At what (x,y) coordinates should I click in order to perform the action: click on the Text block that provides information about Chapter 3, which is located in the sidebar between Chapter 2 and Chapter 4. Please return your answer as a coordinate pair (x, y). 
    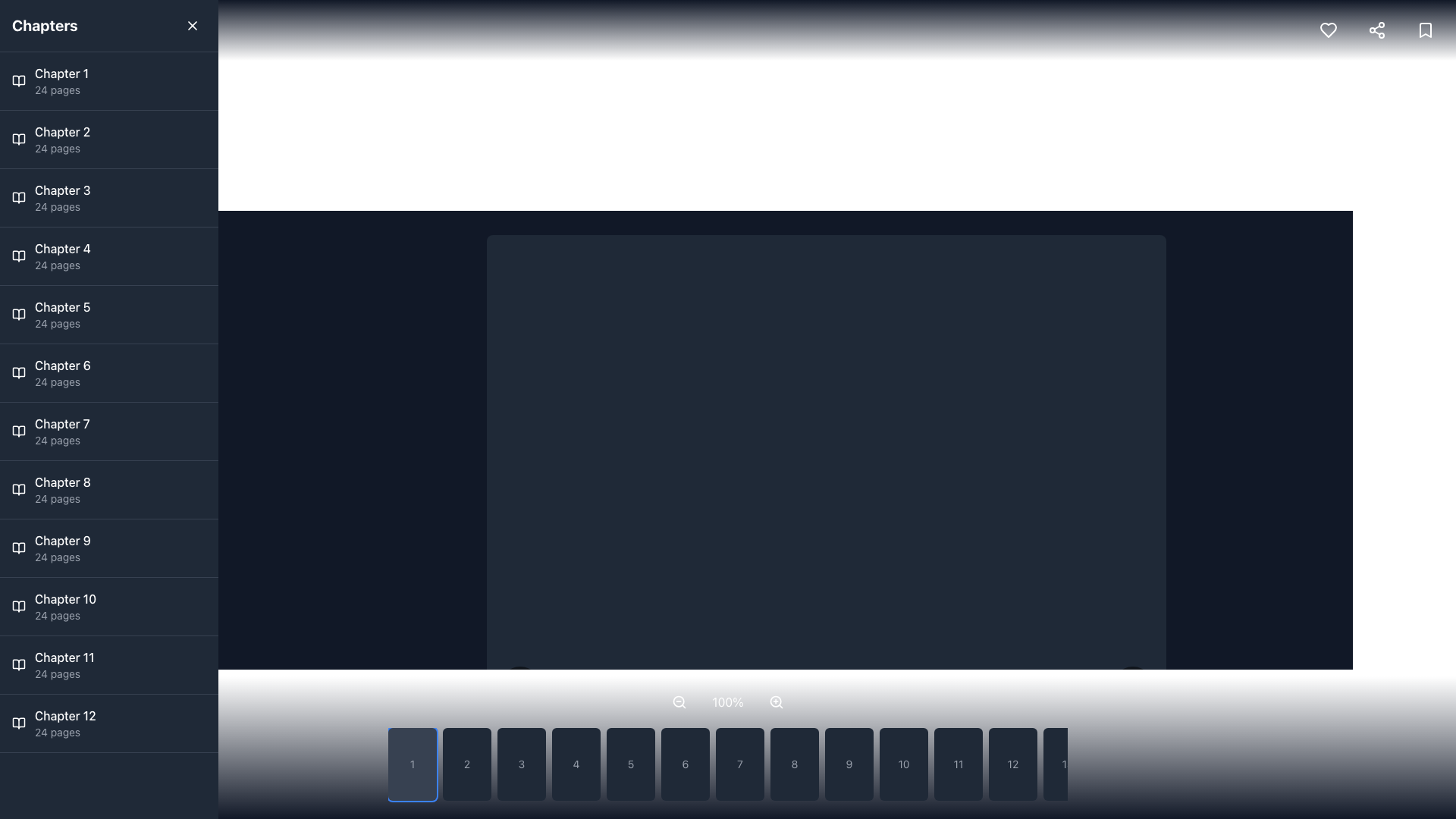
    Looking at the image, I should click on (61, 197).